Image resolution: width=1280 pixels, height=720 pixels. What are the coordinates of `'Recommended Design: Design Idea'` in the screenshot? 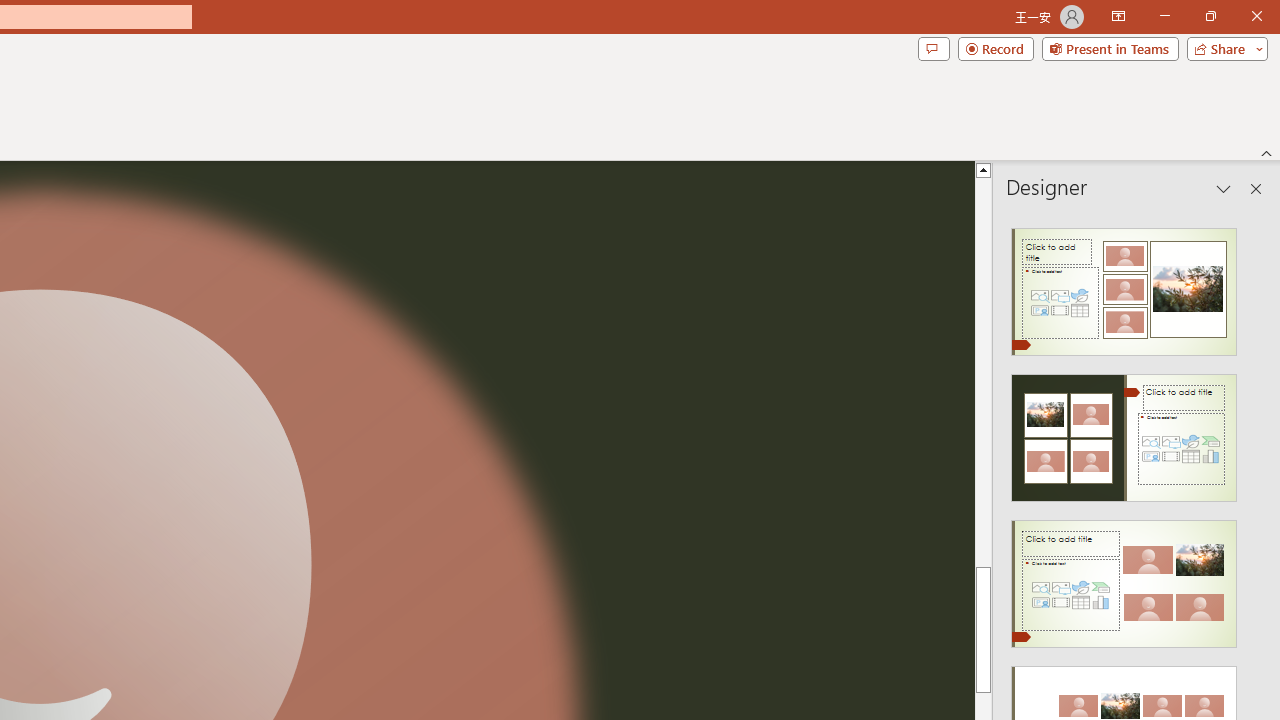 It's located at (1124, 286).